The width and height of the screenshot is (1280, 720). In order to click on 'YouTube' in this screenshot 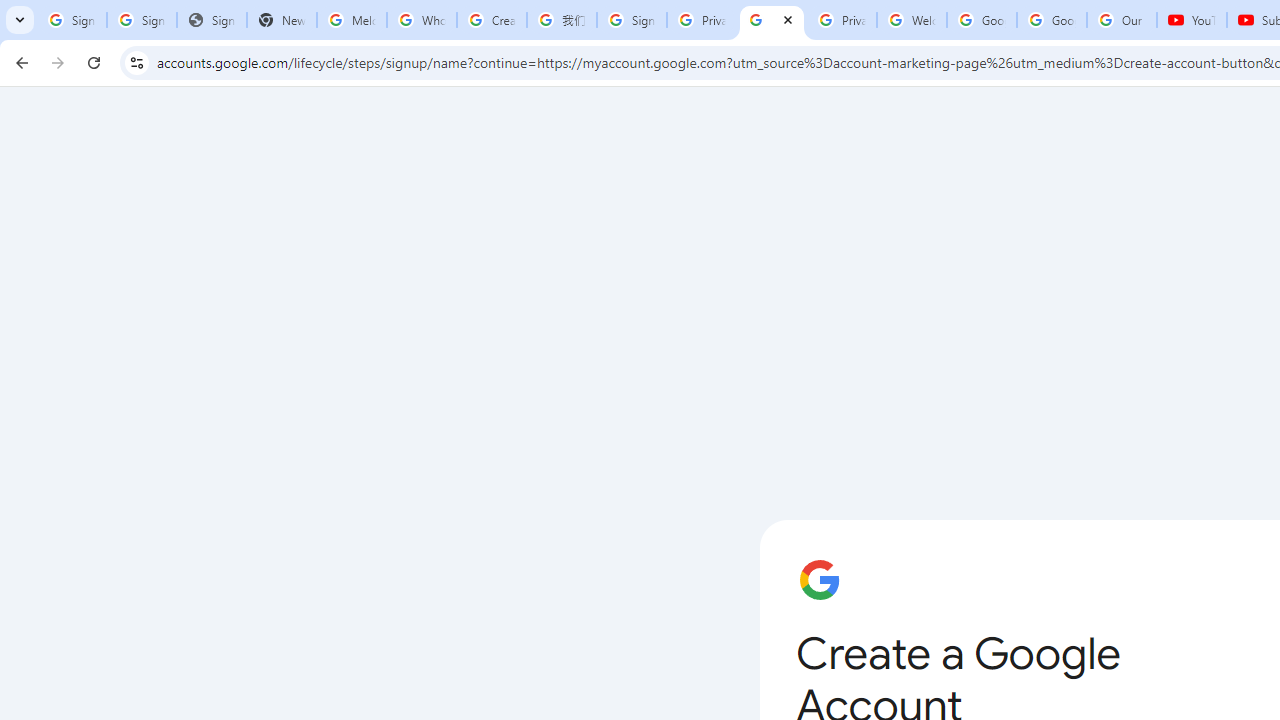, I will do `click(1192, 20)`.